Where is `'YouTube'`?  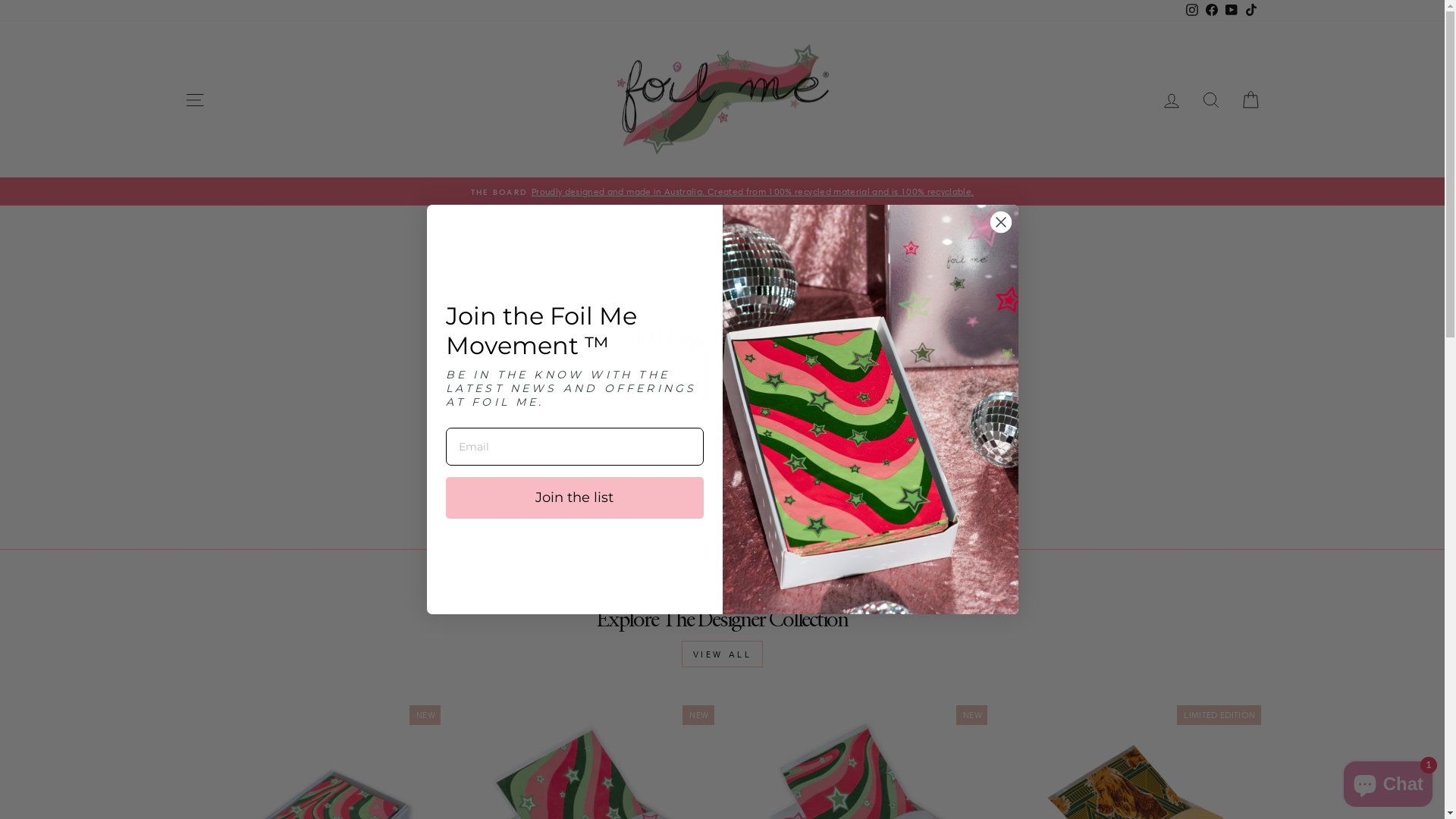
'YouTube' is located at coordinates (1230, 11).